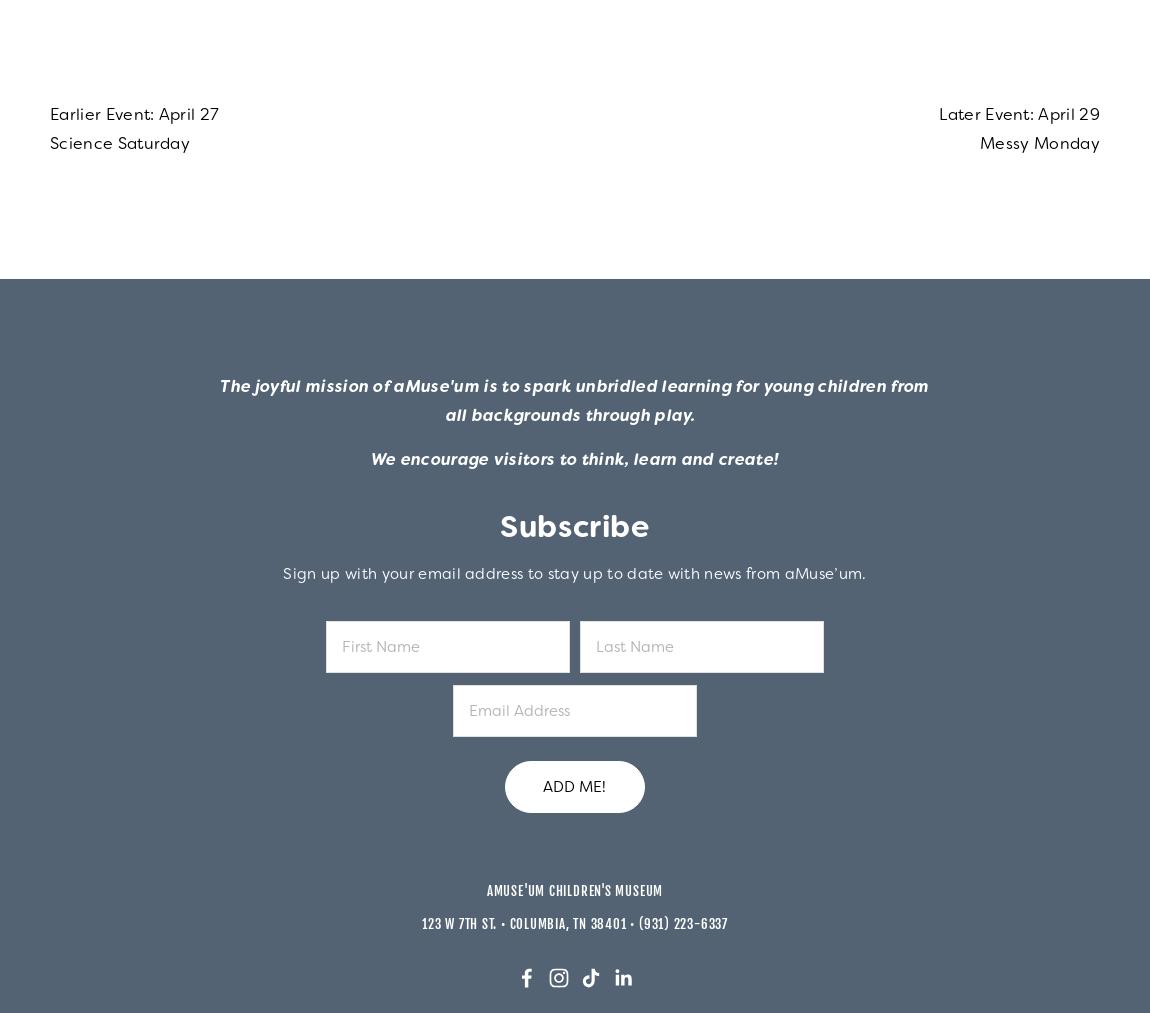  What do you see at coordinates (575, 400) in the screenshot?
I see `'The joyful mission of aMuse'um is to spark unbridled learning for young children from all backgrounds through play.'` at bounding box center [575, 400].